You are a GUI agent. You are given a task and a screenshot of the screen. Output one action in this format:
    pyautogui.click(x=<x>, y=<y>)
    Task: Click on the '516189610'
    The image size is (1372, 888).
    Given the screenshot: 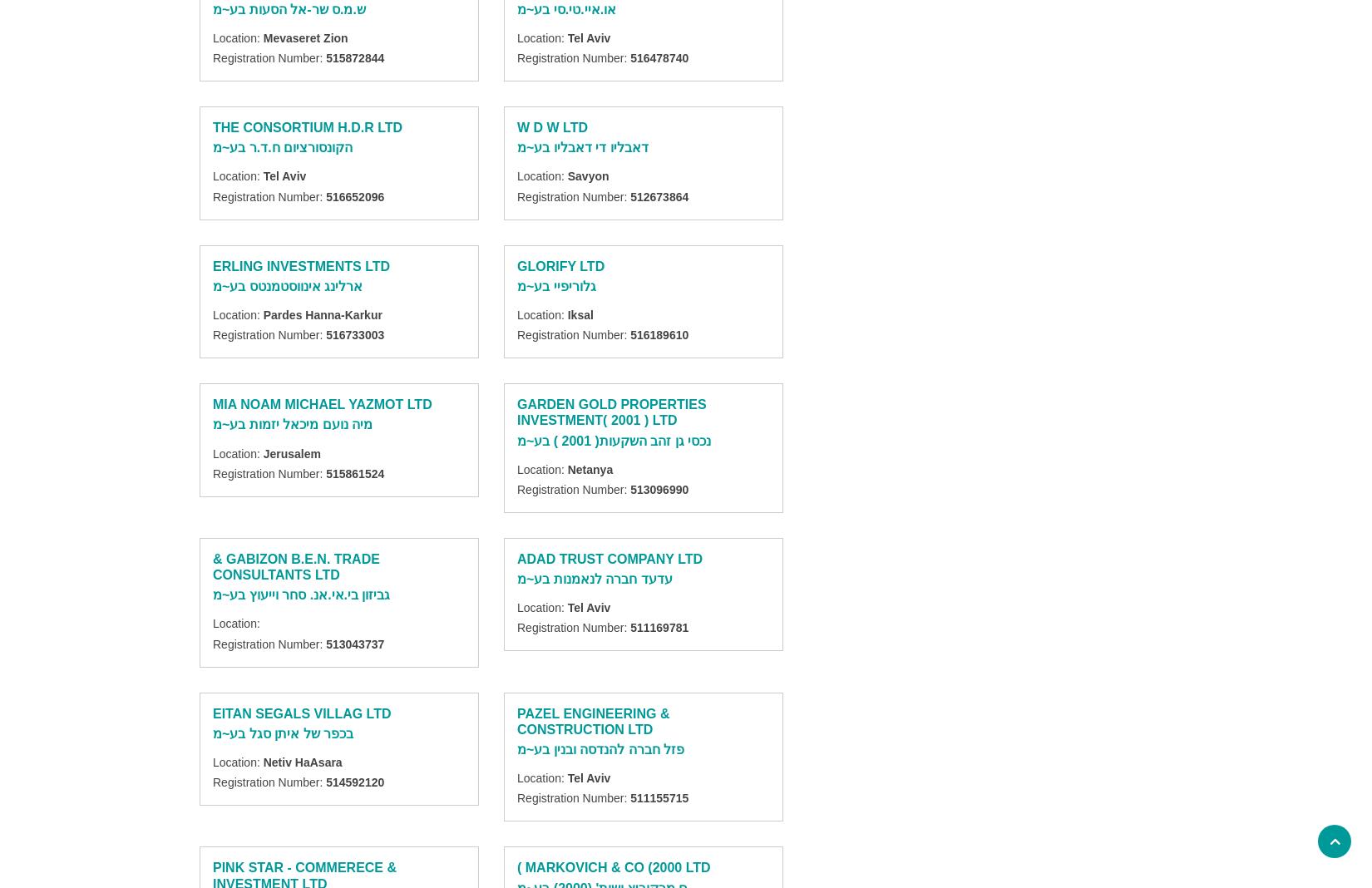 What is the action you would take?
    pyautogui.click(x=629, y=334)
    